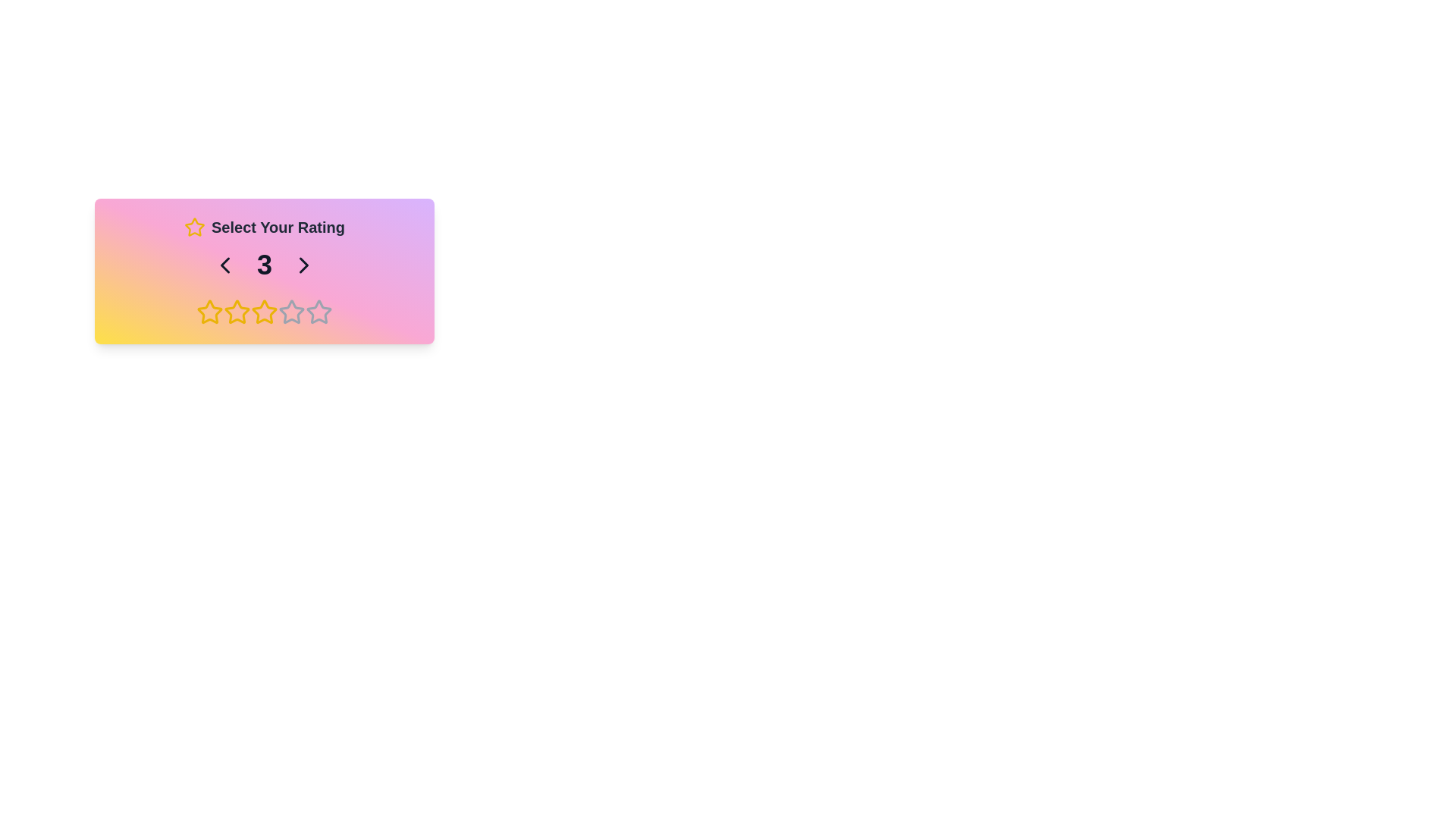  I want to click on the chevron button located immediately to the right of the numeric display to increase the rating value, so click(303, 265).